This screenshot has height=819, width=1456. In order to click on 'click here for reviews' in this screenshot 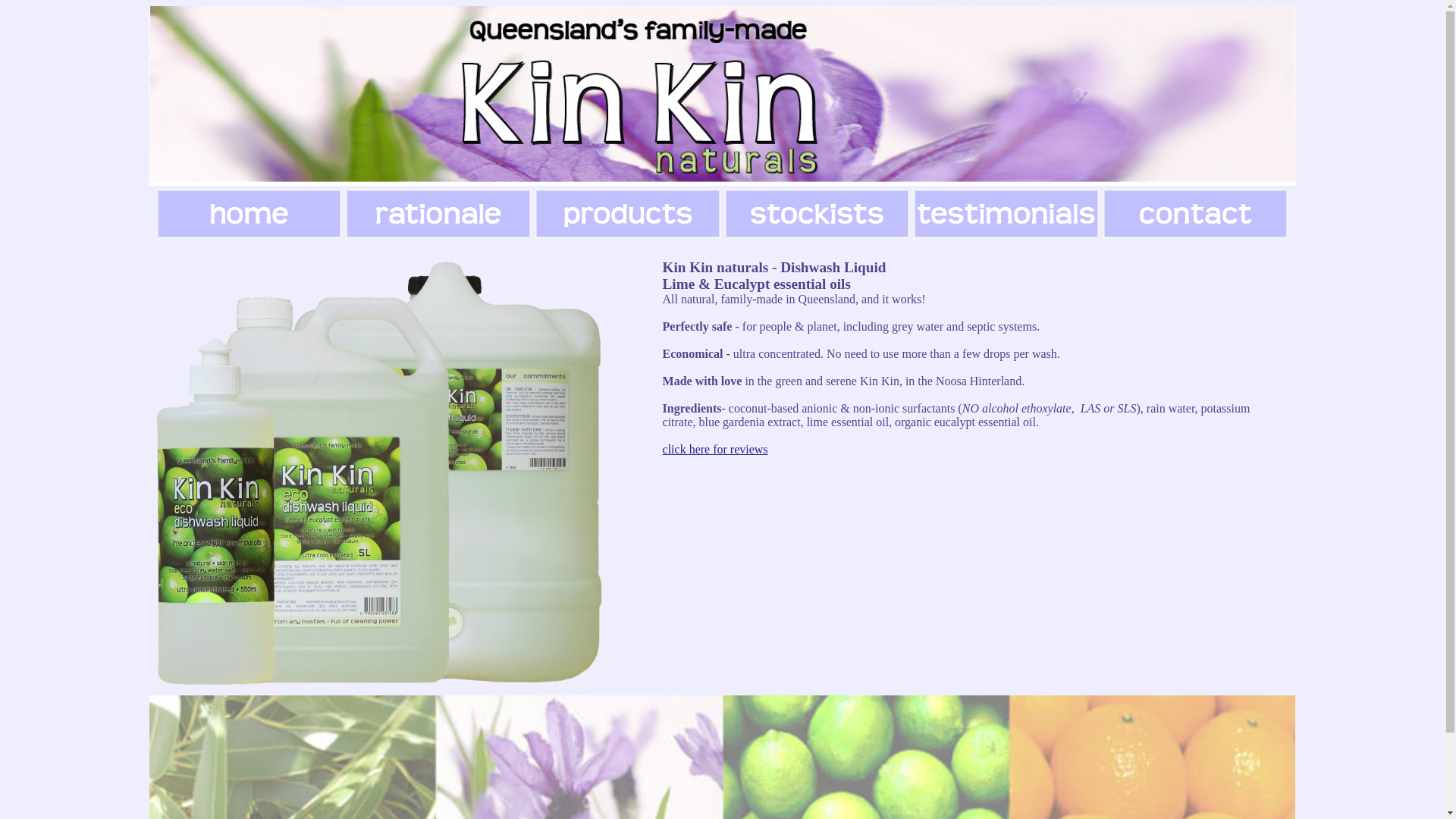, I will do `click(714, 448)`.